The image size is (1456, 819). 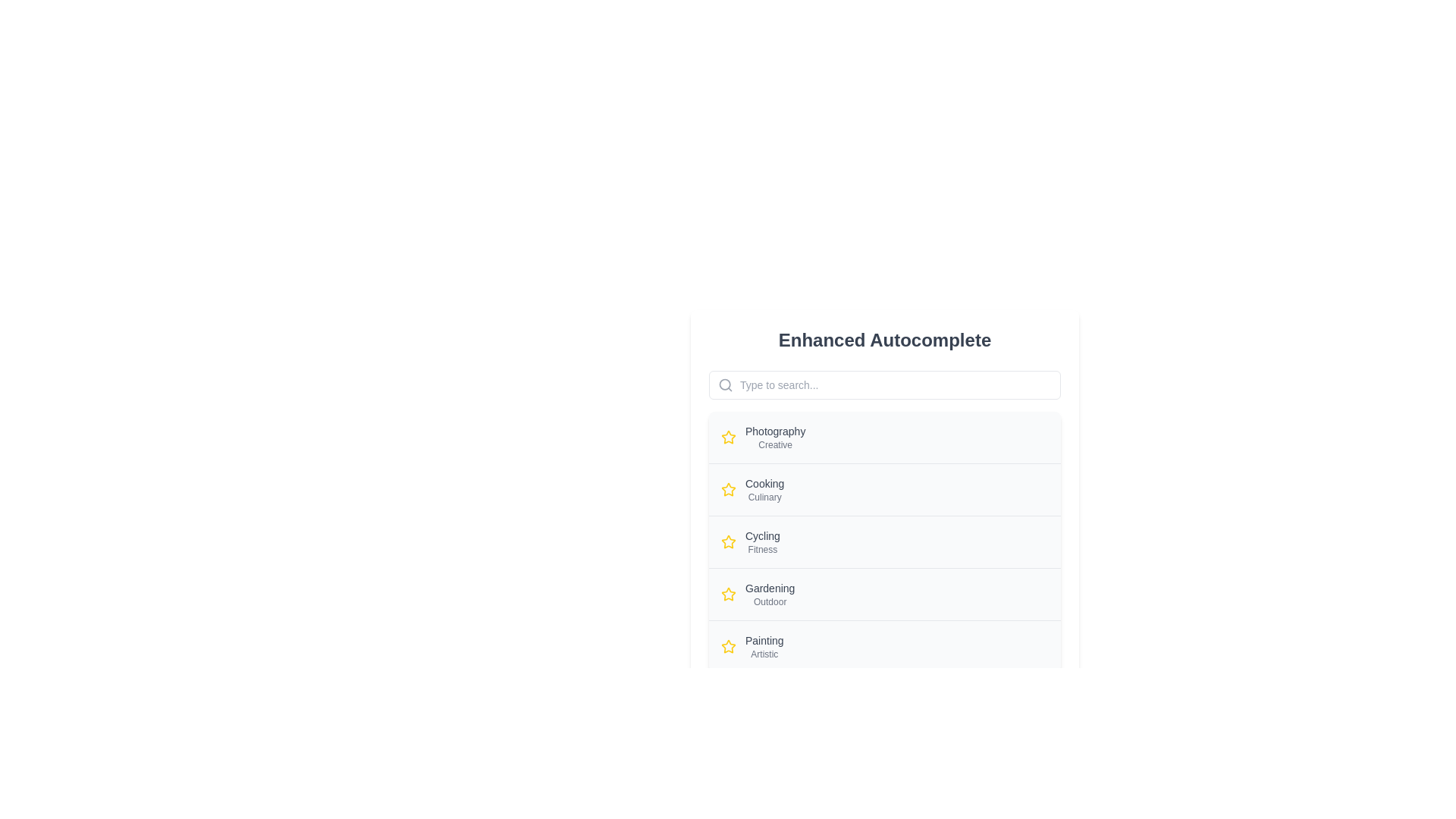 What do you see at coordinates (764, 654) in the screenshot?
I see `the text label reading 'Artistic', which is styled in gray font and located beneath the text 'Painting' in the card layout under 'Enhanced Autocomplete'` at bounding box center [764, 654].